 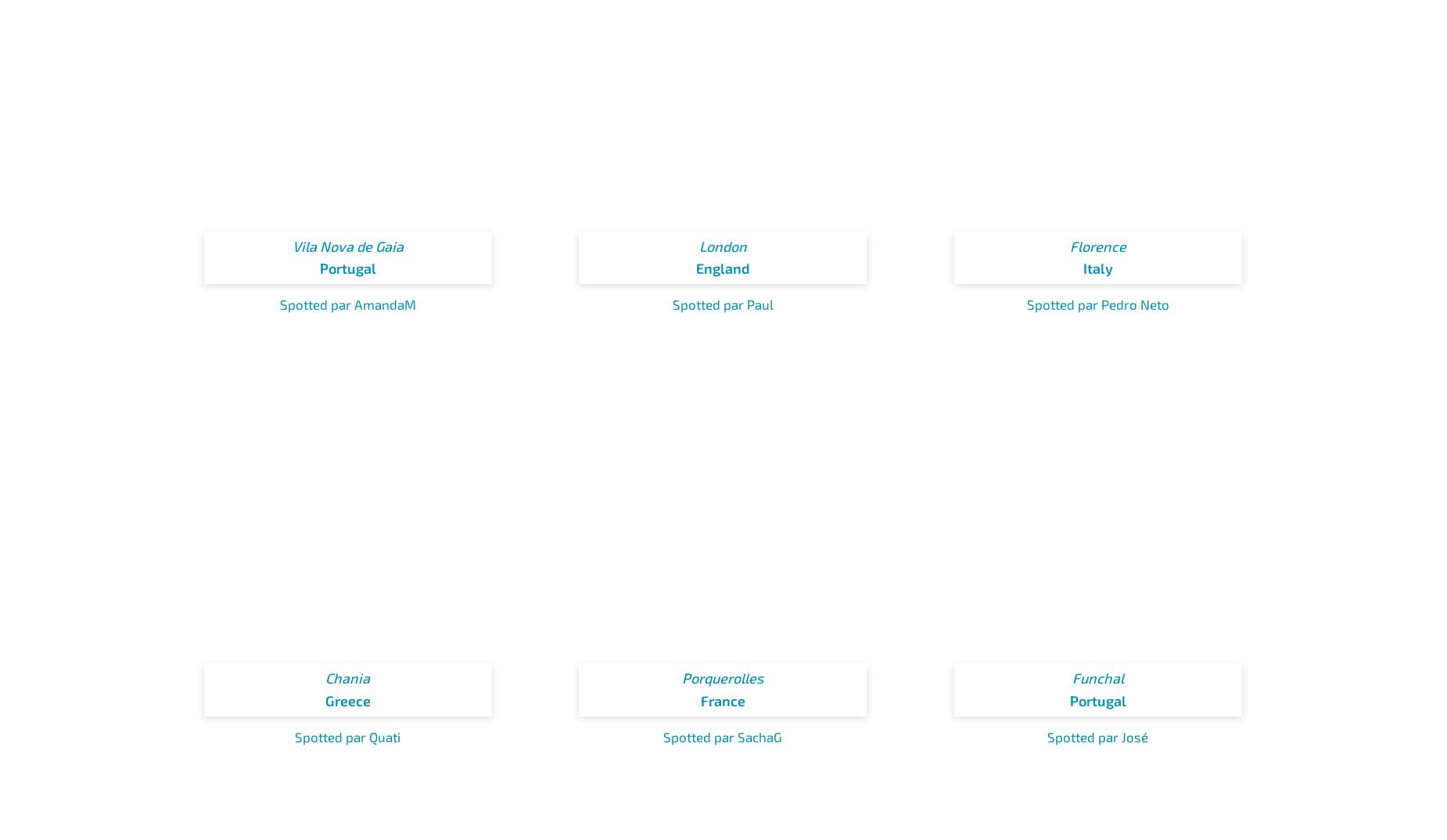 I want to click on 'Porquerolles', so click(x=723, y=677).